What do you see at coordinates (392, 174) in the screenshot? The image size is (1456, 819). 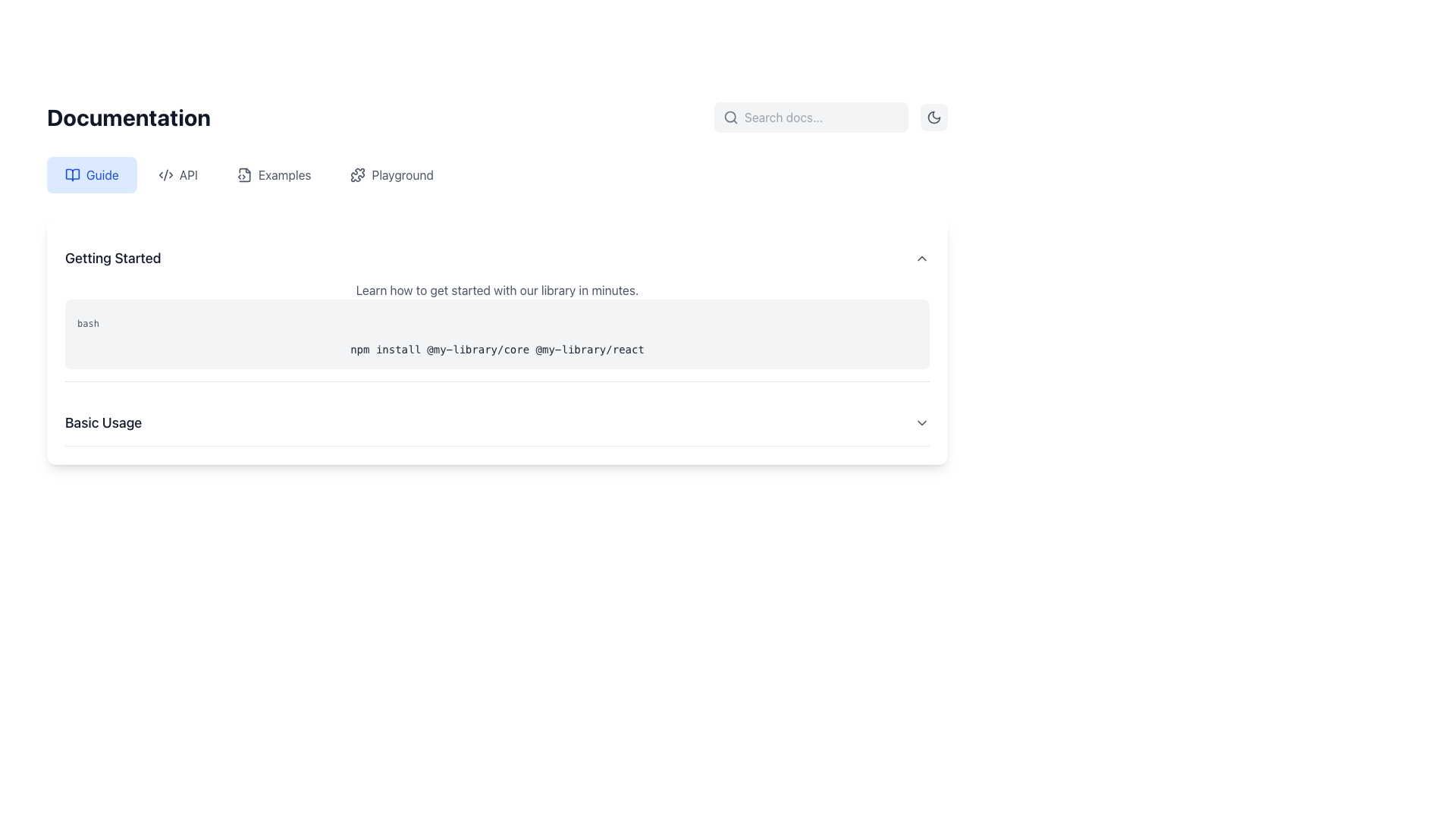 I see `the rectangular button labeled 'Playground' which is the fourth button in a horizontal row, located next to the 'Examples' button` at bounding box center [392, 174].